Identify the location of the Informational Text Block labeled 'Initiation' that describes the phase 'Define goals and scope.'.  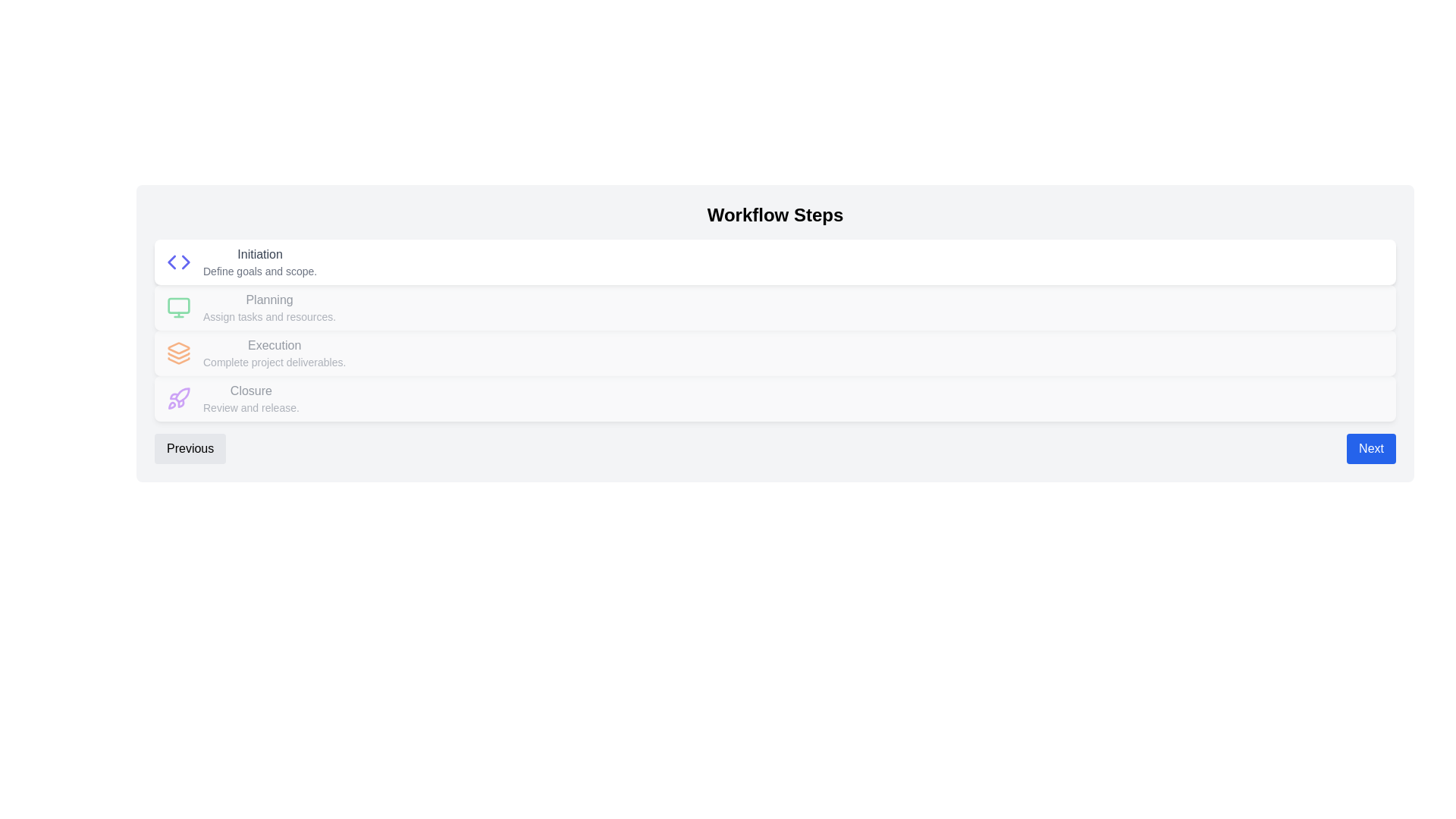
(260, 262).